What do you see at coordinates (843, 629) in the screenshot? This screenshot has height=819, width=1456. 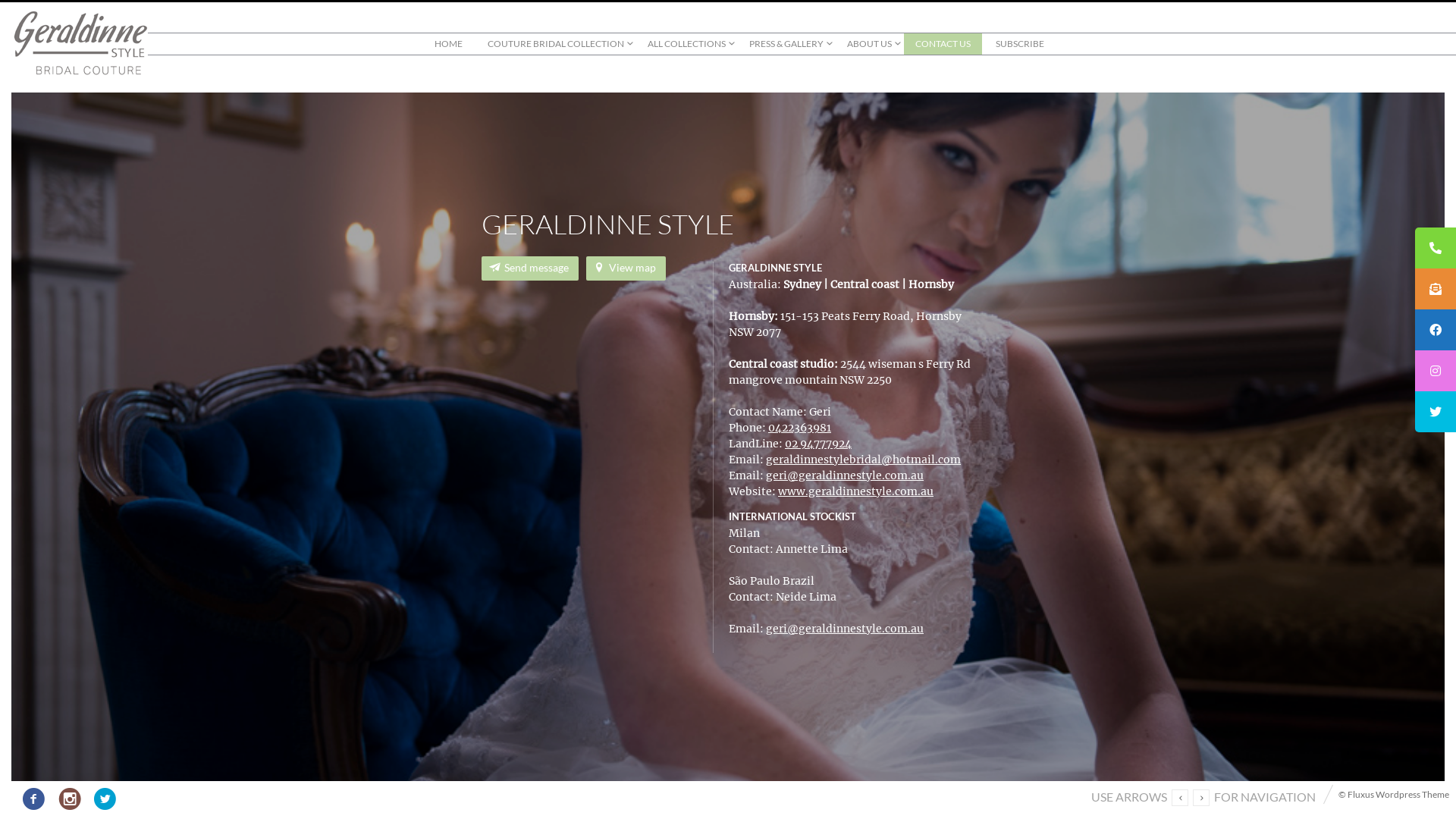 I see `'geri@geraldinnestyle.com.au'` at bounding box center [843, 629].